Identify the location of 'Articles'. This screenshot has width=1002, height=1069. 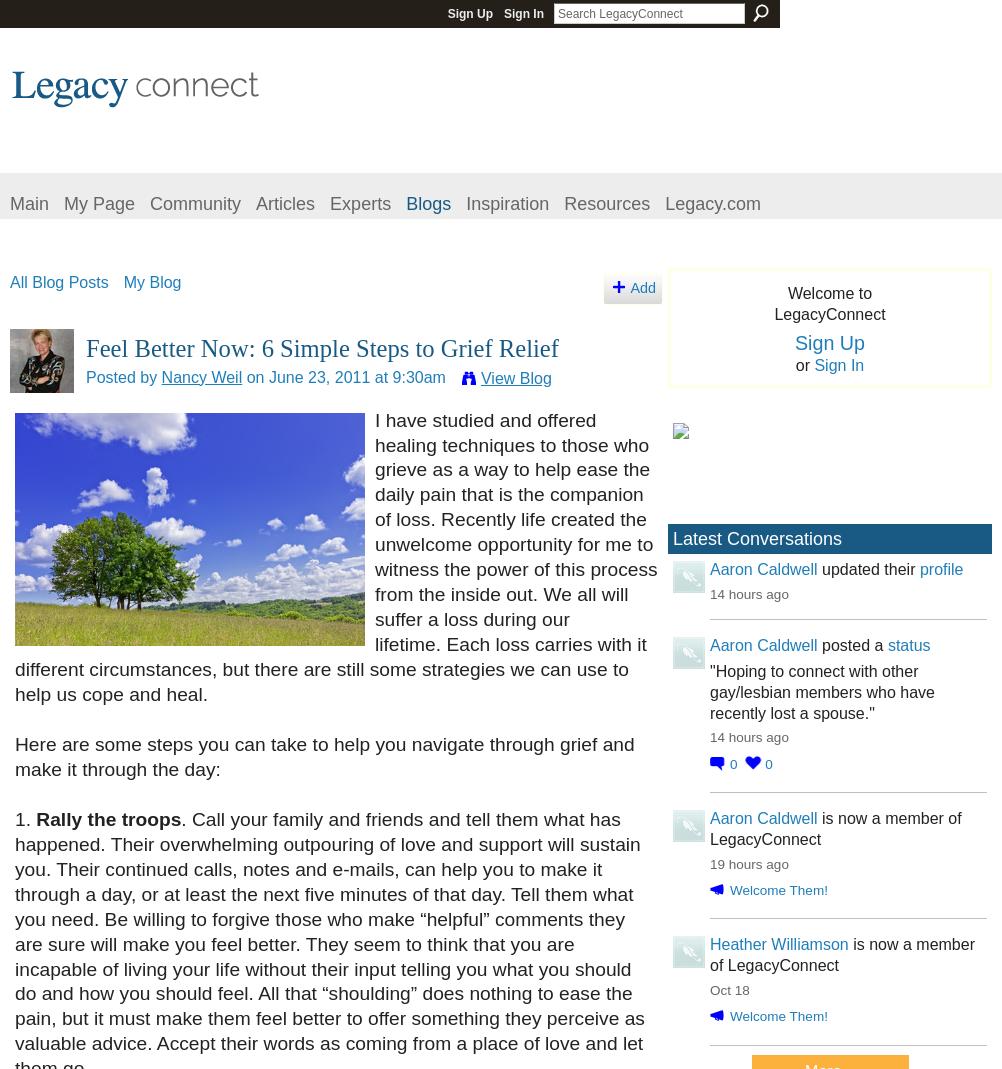
(255, 203).